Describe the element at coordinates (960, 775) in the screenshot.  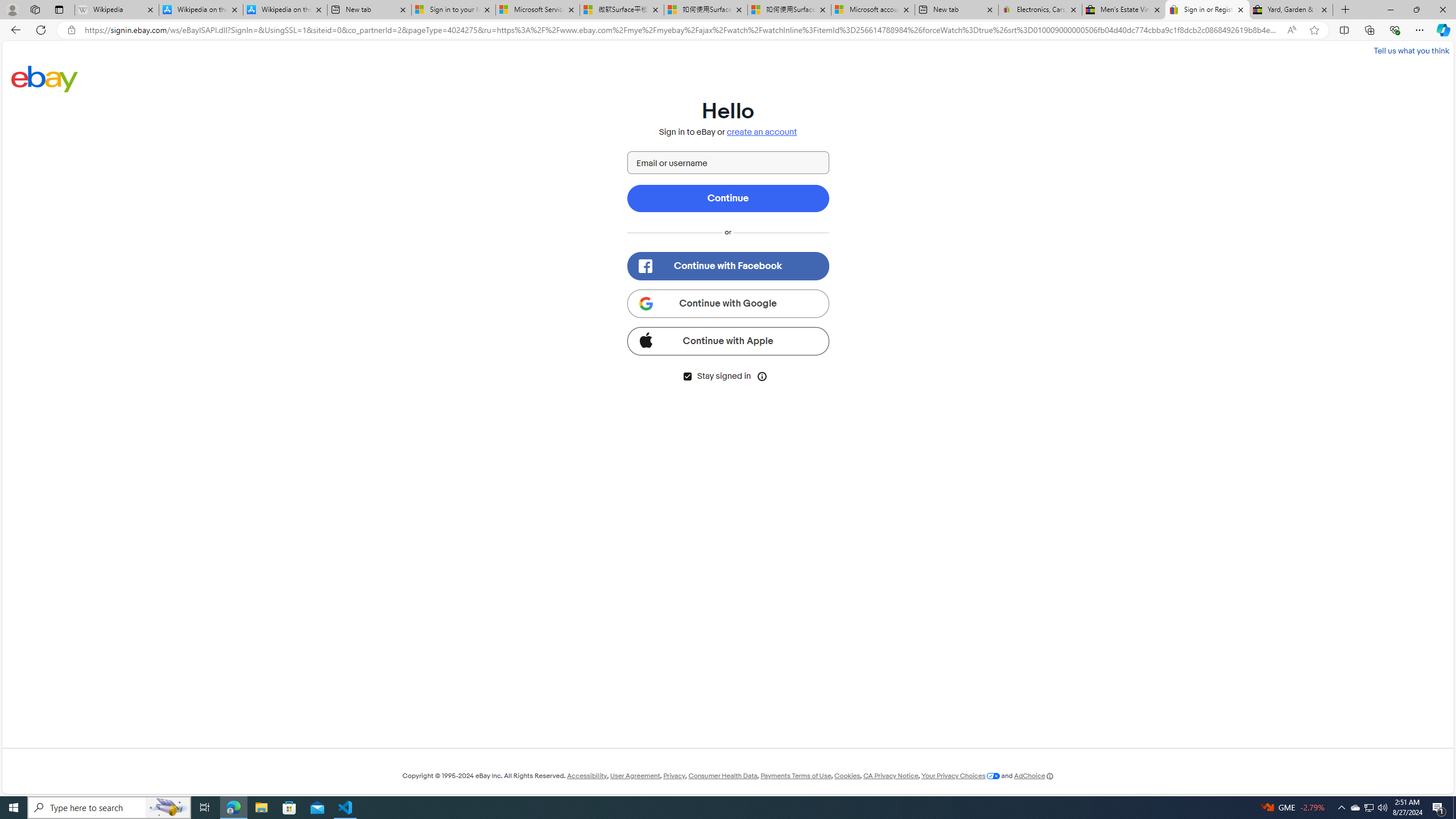
I see `'Your Privacy Choices'` at that location.